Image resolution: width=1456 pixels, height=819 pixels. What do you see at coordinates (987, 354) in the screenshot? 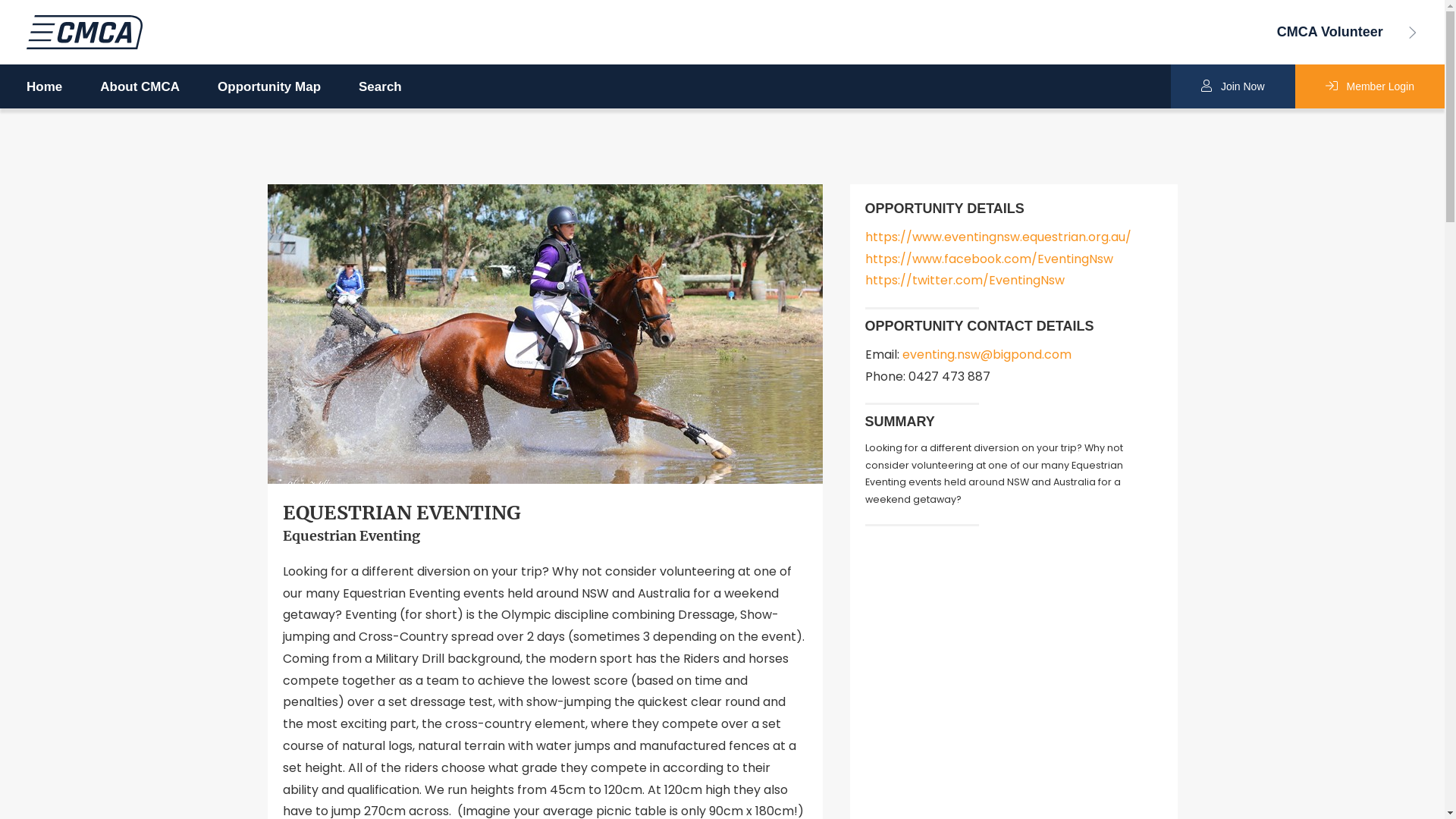
I see `'eventing.nsw@bigpond.com'` at bounding box center [987, 354].